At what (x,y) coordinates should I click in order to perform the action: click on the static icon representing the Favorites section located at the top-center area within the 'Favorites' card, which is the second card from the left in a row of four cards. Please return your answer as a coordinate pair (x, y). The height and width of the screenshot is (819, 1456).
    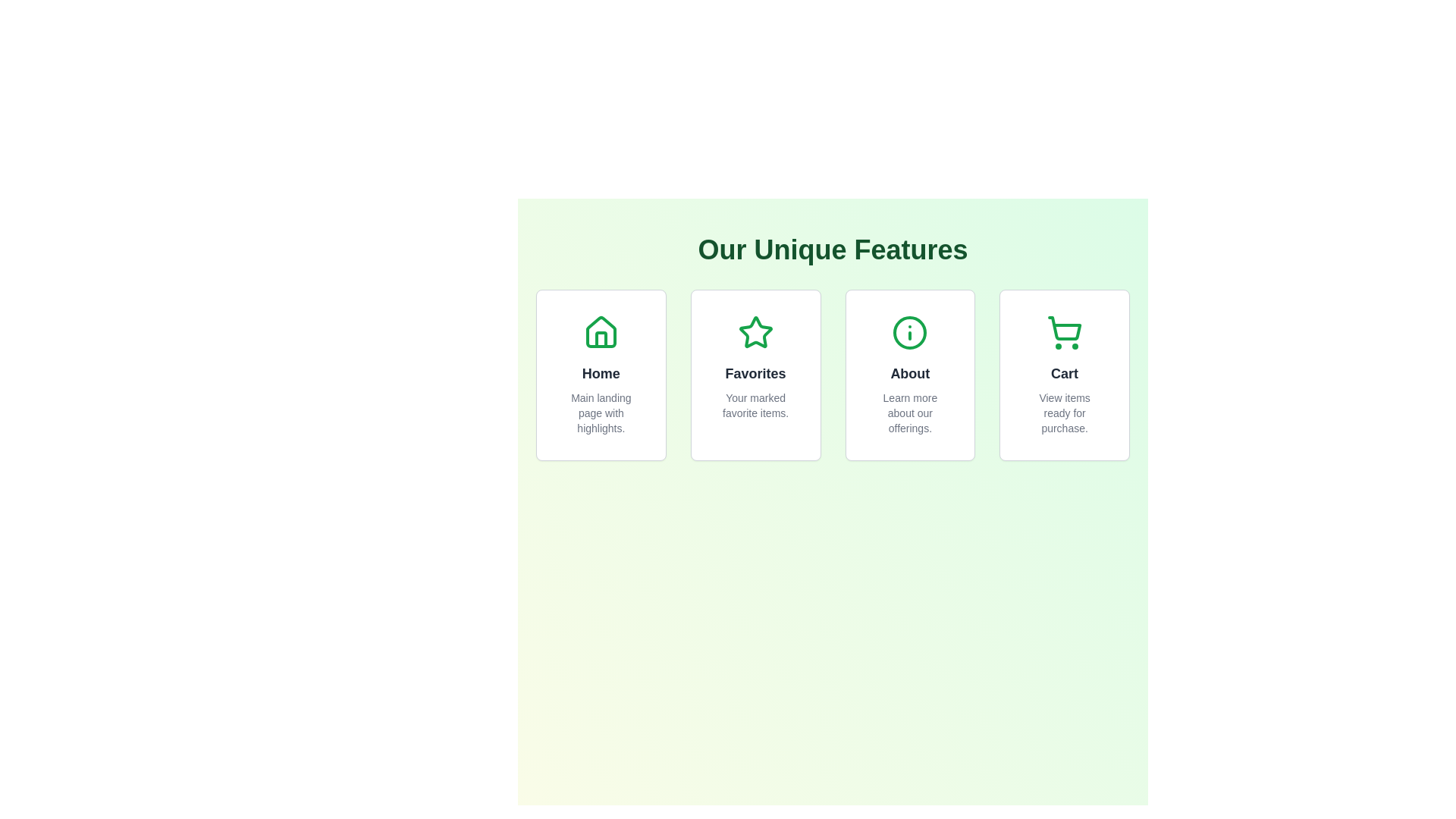
    Looking at the image, I should click on (755, 332).